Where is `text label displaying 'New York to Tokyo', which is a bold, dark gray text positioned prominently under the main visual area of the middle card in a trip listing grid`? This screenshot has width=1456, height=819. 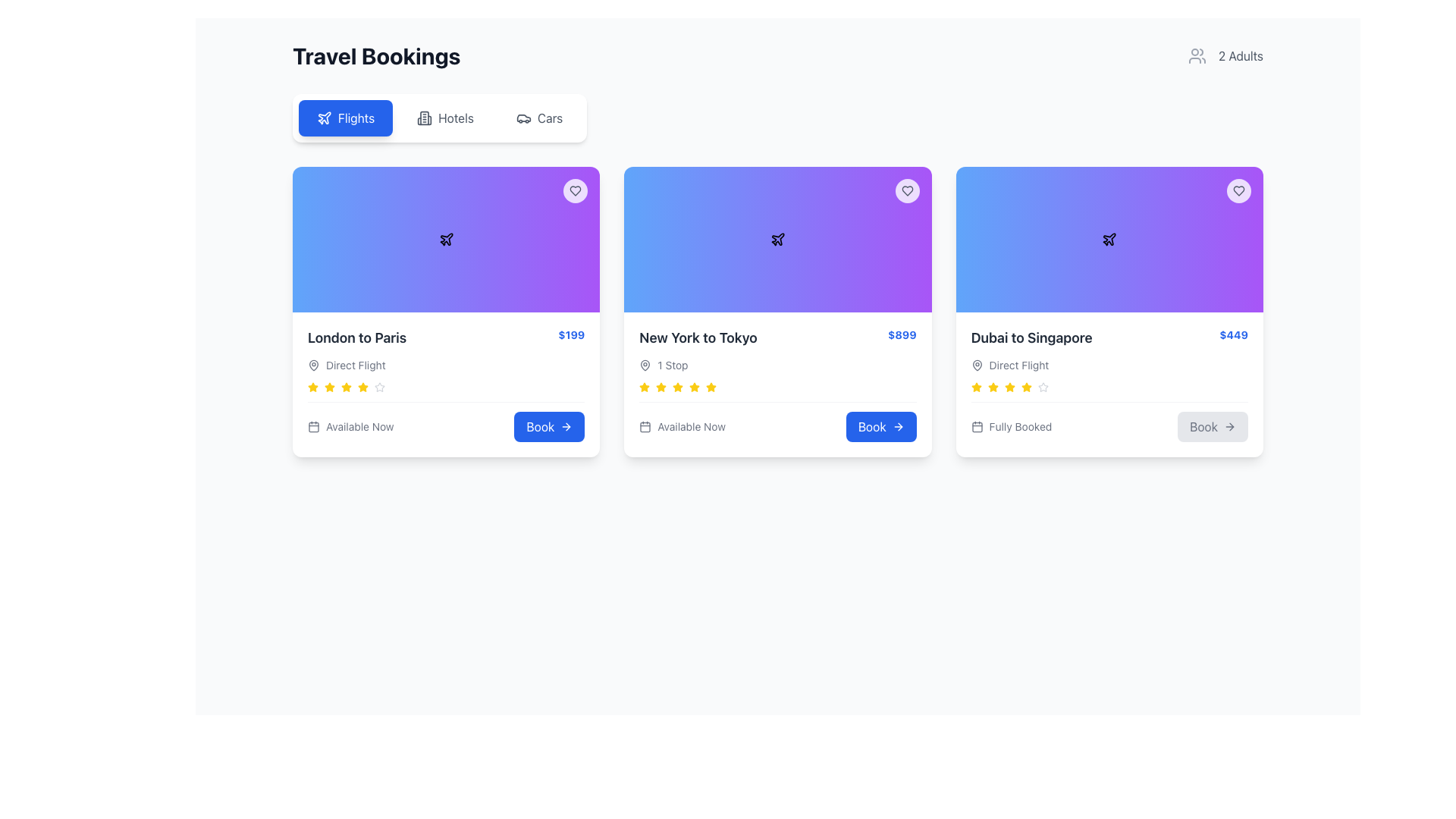 text label displaying 'New York to Tokyo', which is a bold, dark gray text positioned prominently under the main visual area of the middle card in a trip listing grid is located at coordinates (698, 337).